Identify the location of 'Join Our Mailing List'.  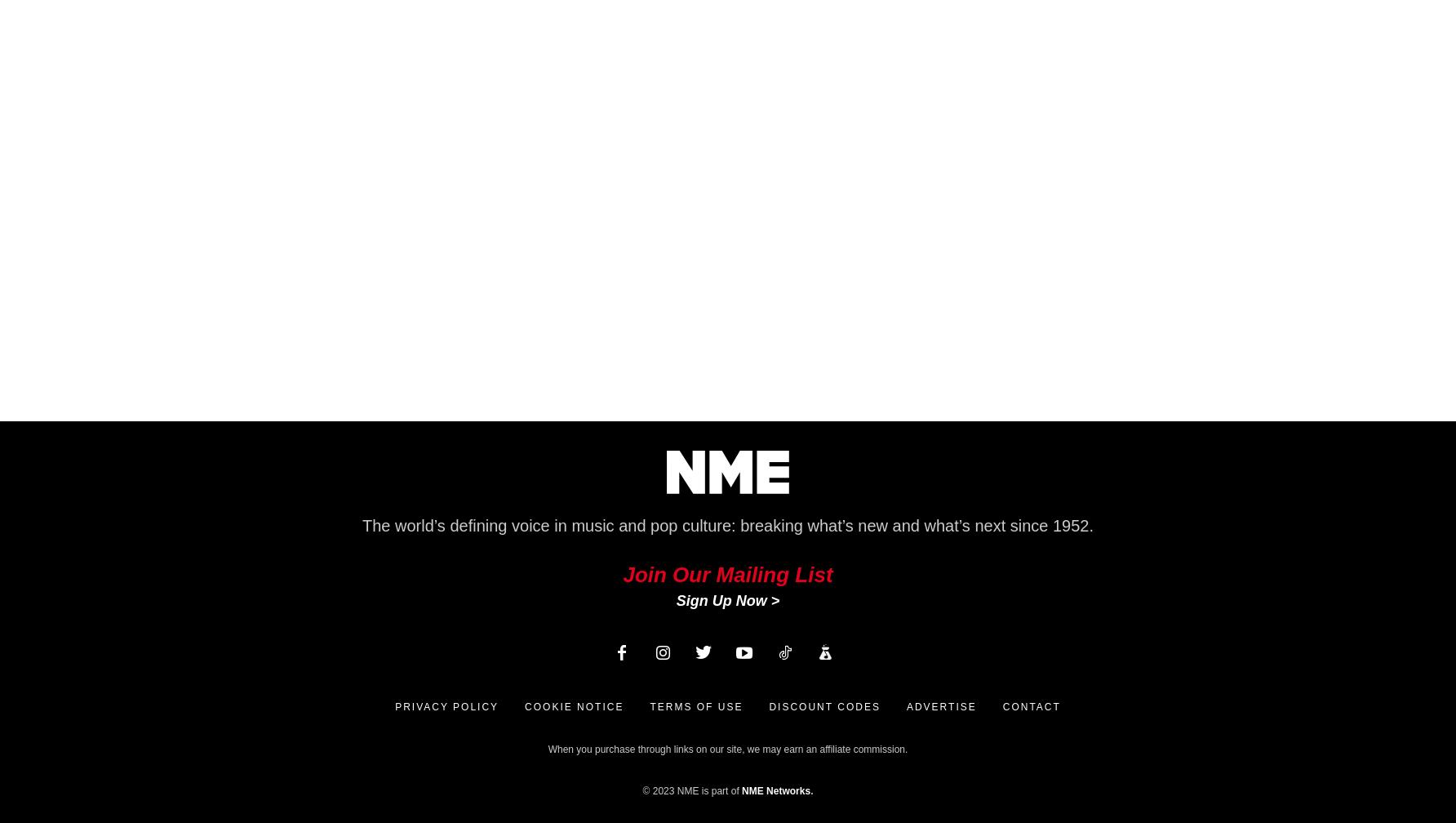
(623, 574).